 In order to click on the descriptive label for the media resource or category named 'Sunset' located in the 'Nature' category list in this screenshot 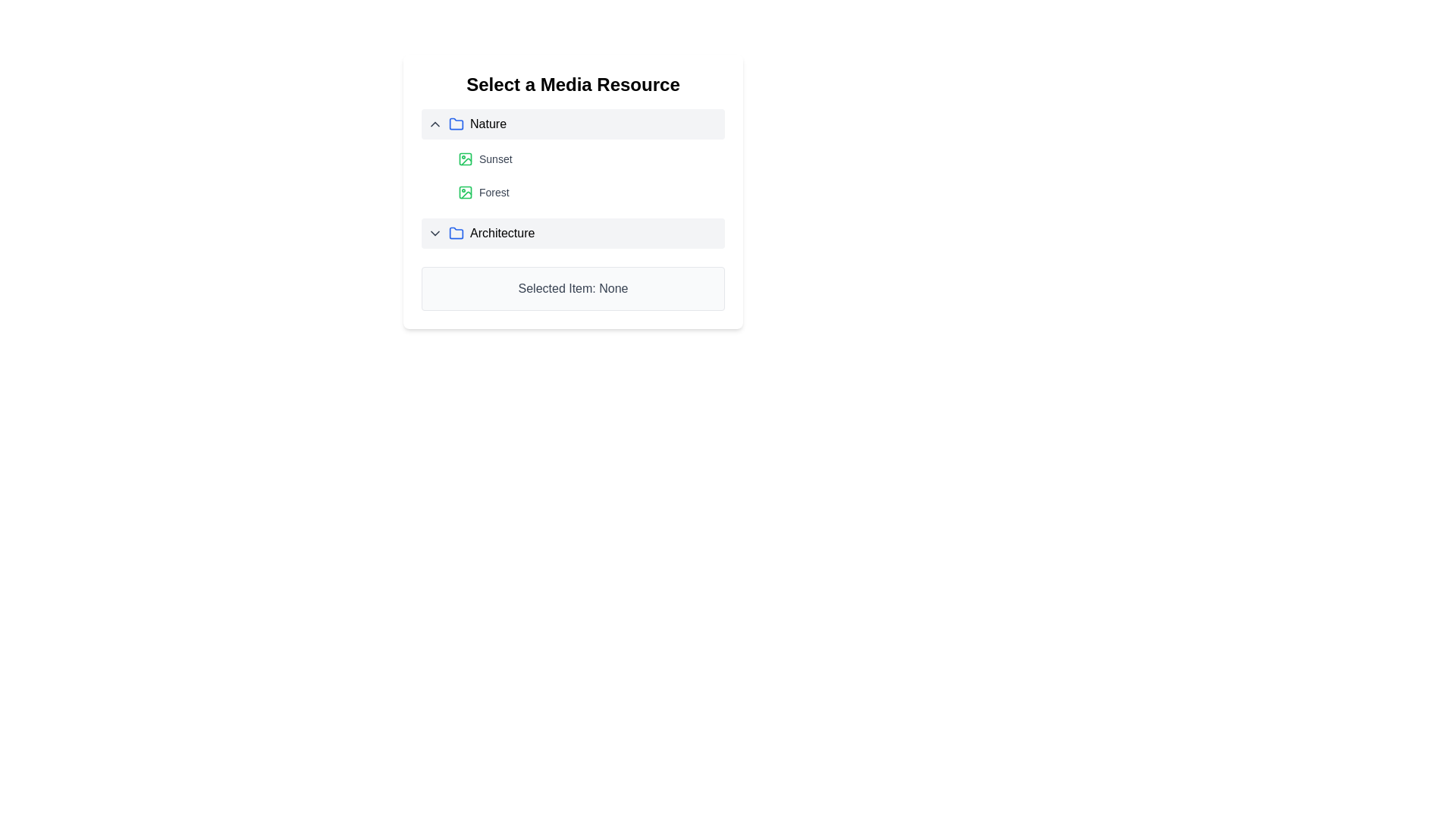, I will do `click(495, 158)`.